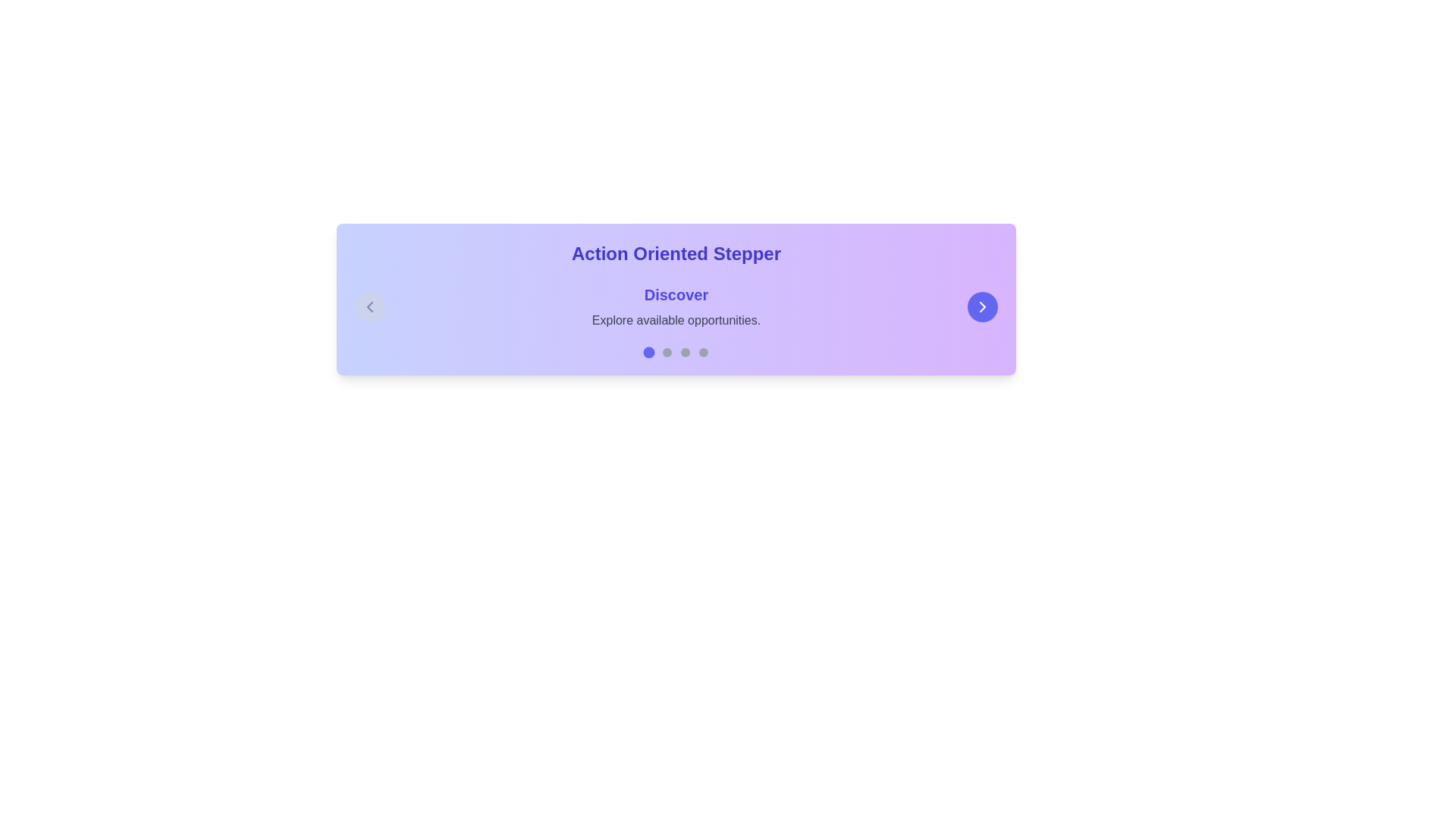 The height and width of the screenshot is (819, 1456). What do you see at coordinates (702, 353) in the screenshot?
I see `the fourth and rightmost dot of the Circle navigation indicator for the stepper component` at bounding box center [702, 353].